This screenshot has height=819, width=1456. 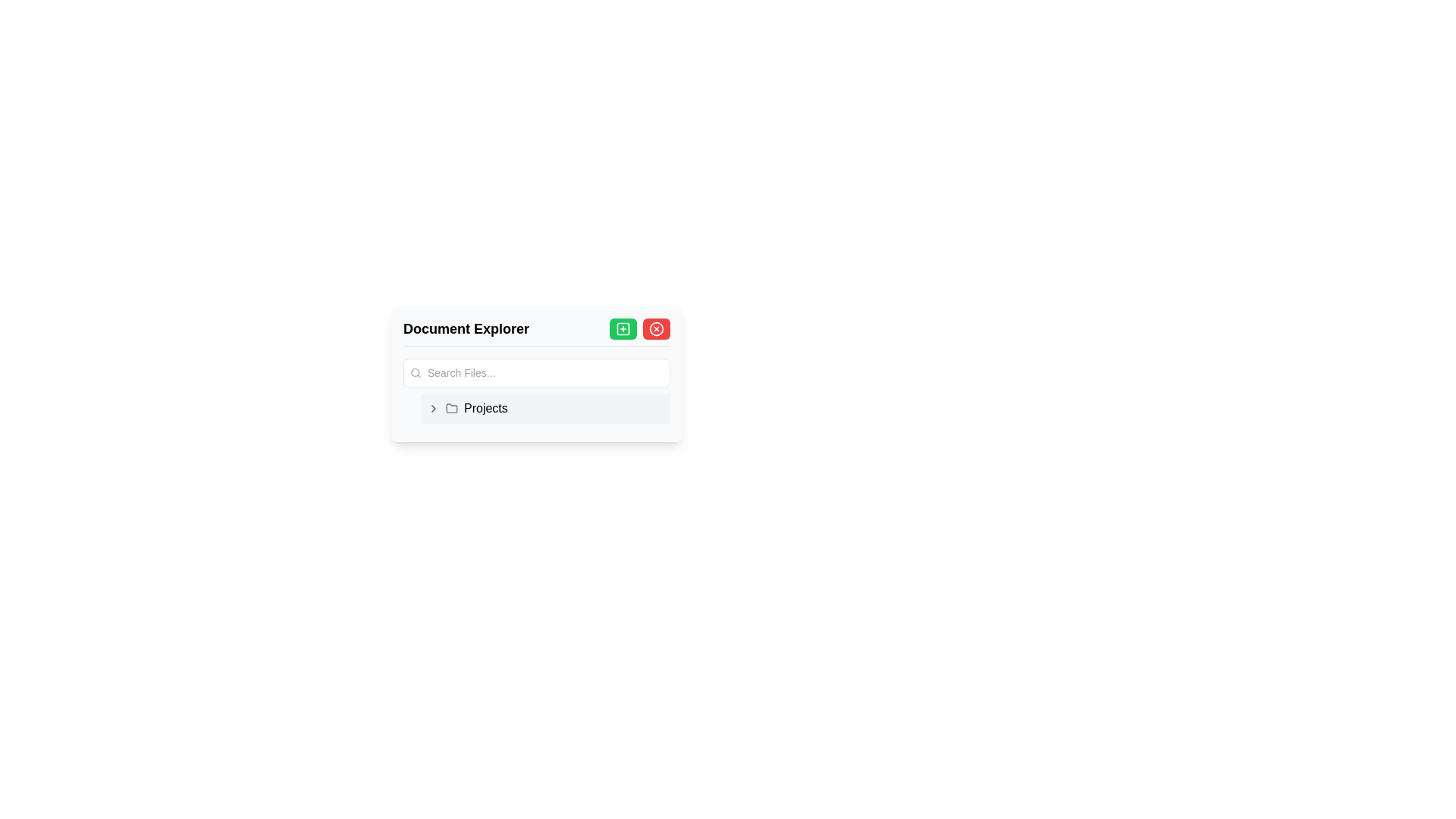 What do you see at coordinates (415, 372) in the screenshot?
I see `the circular search icon within the SVG that represents the search function, located to the left of the 'Search Files...' input box` at bounding box center [415, 372].